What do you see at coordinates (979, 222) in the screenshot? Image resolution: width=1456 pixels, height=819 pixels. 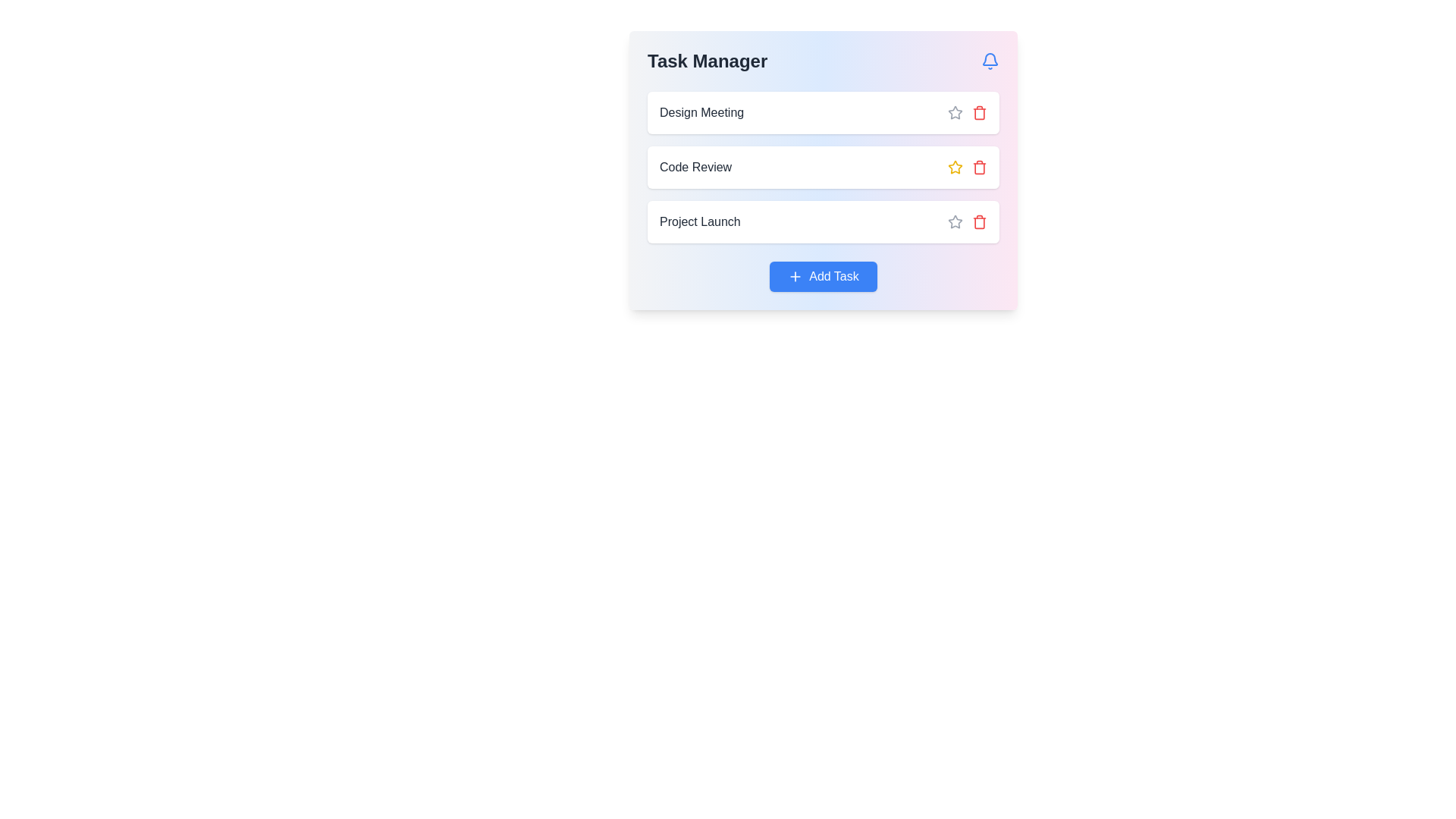 I see `the red trash bin icon that represents delete functionality, located next to the 'Project Launch' task` at bounding box center [979, 222].